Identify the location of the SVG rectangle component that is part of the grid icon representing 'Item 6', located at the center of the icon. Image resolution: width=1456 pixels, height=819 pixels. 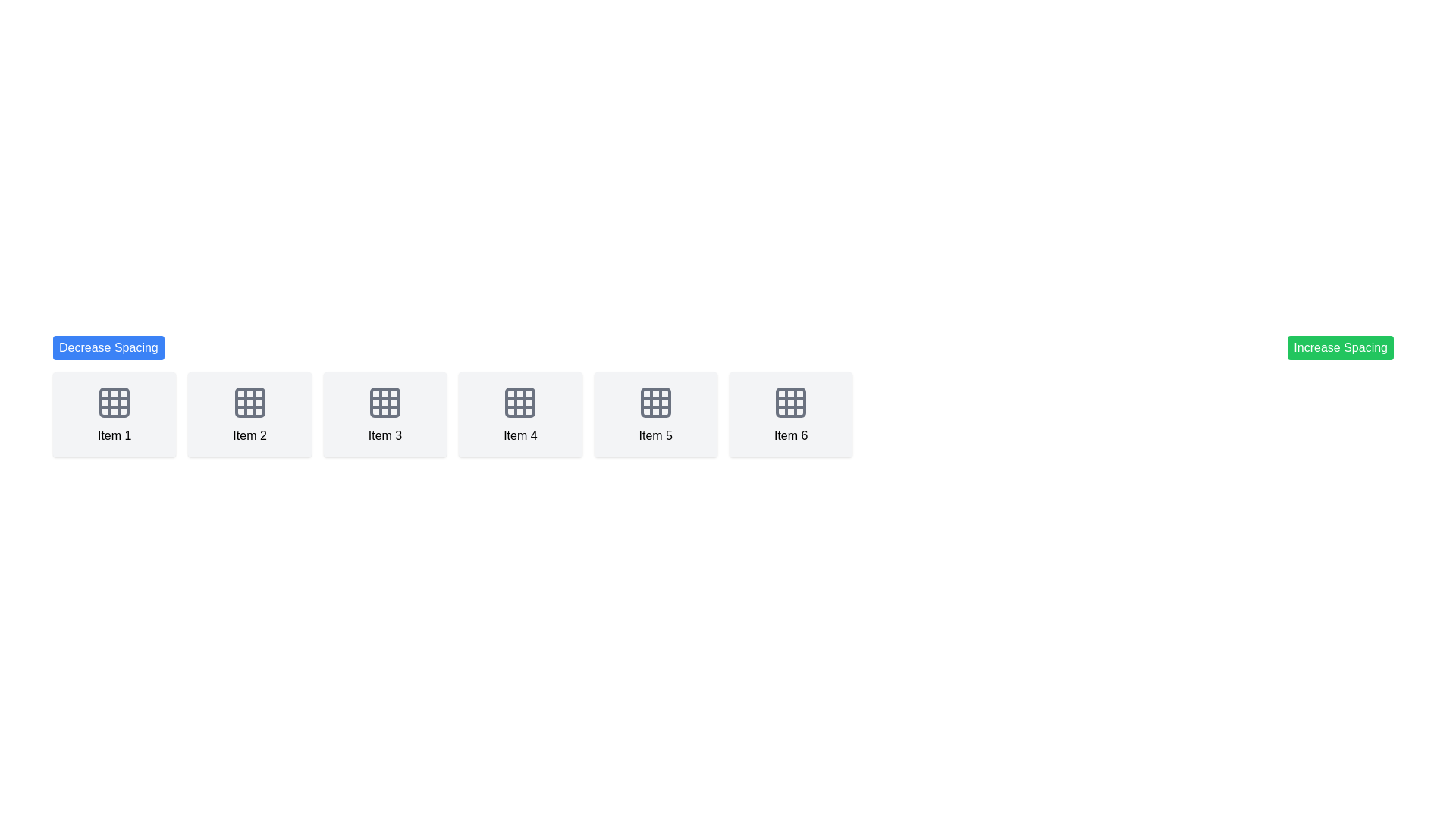
(790, 402).